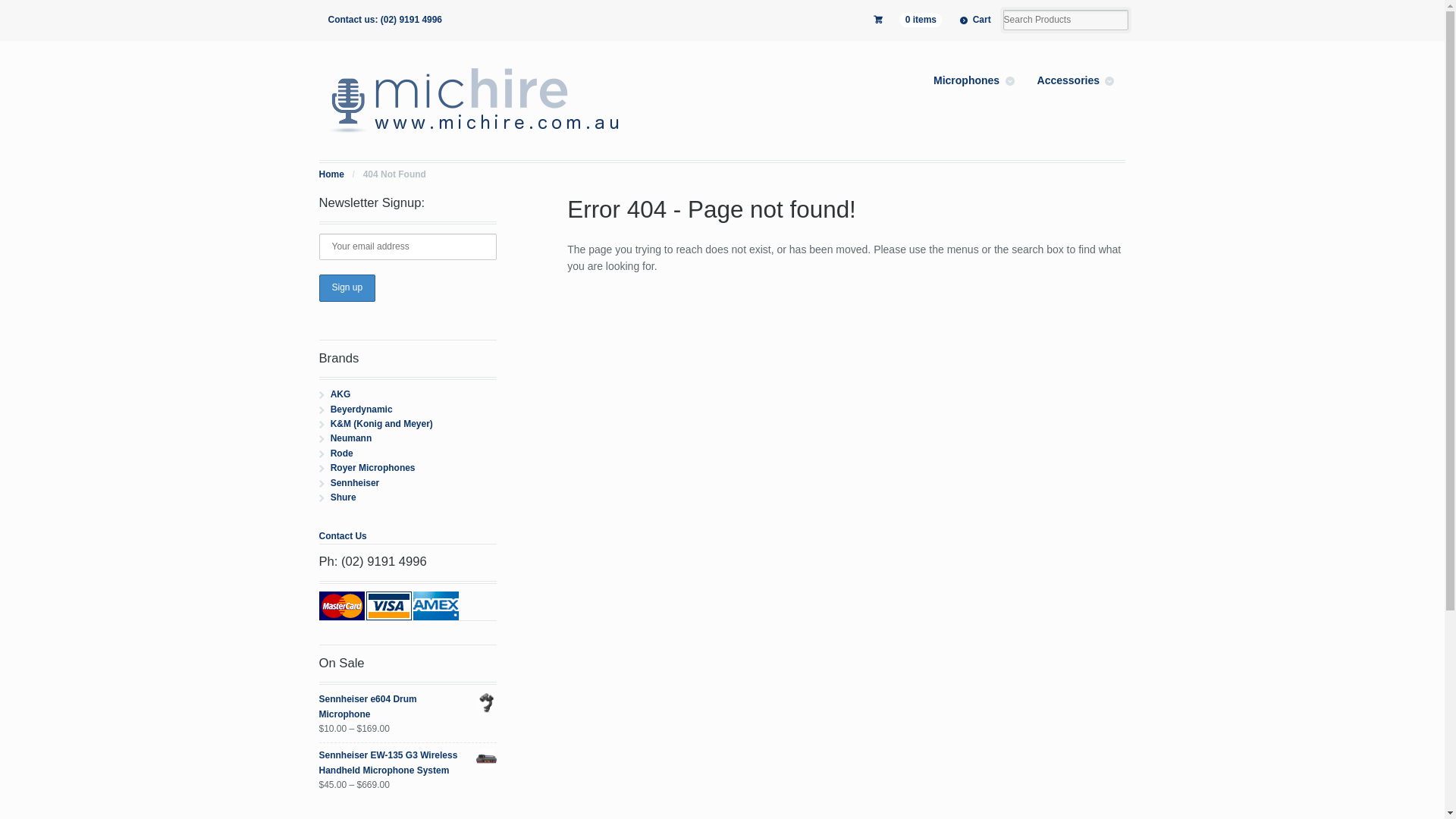 The height and width of the screenshot is (819, 1456). I want to click on 'Rode', so click(341, 452).